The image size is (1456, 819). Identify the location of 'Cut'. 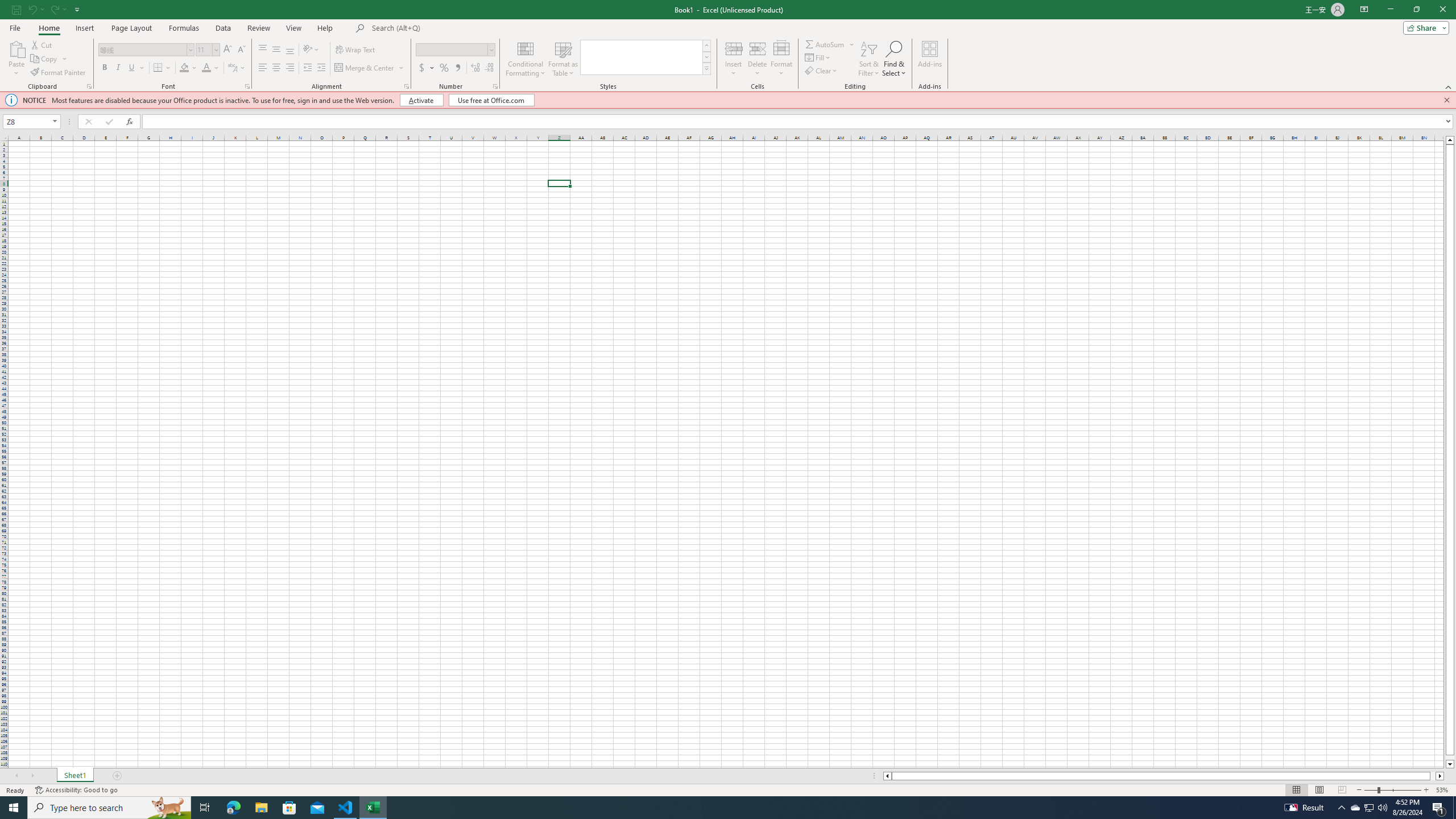
(42, 44).